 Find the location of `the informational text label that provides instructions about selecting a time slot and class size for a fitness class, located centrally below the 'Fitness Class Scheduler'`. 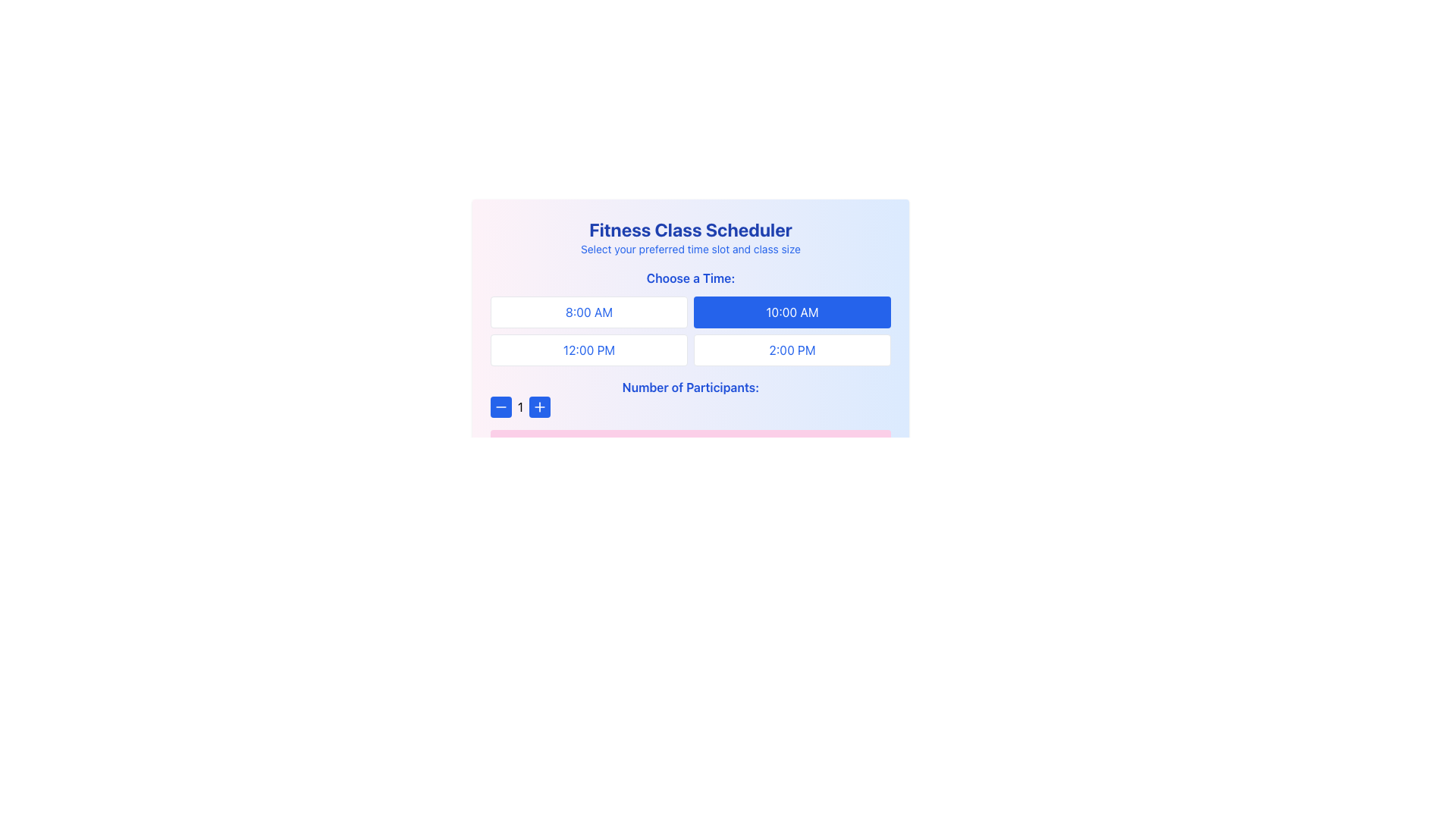

the informational text label that provides instructions about selecting a time slot and class size for a fitness class, located centrally below the 'Fitness Class Scheduler' is located at coordinates (690, 248).